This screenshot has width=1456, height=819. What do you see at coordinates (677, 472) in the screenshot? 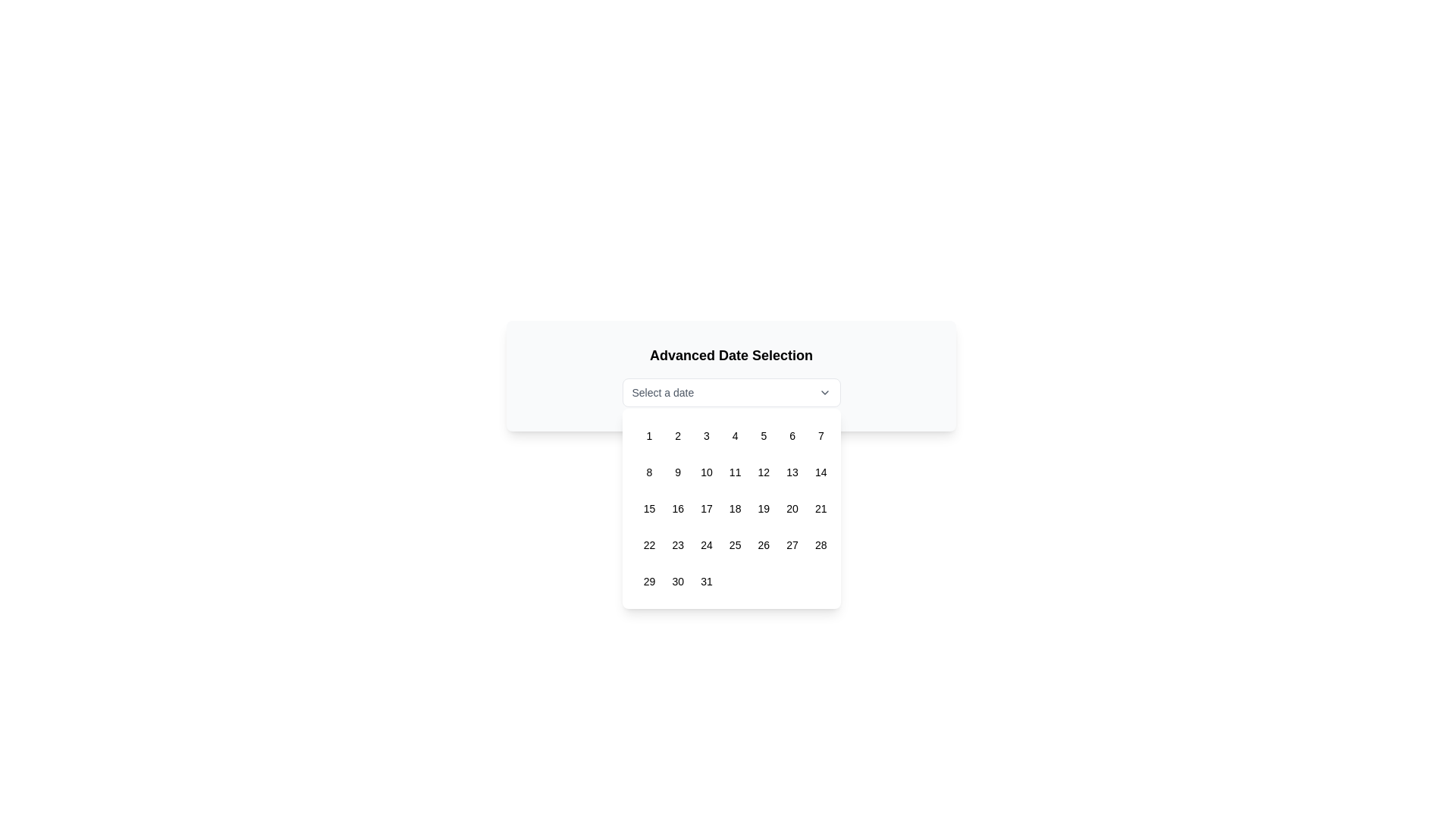
I see `the button for selecting the day '9' located in the second row of a 7-column grid layout, which is positioned below the 'Advanced Date Selection' header and the 'Select a date' dropdown input field` at bounding box center [677, 472].